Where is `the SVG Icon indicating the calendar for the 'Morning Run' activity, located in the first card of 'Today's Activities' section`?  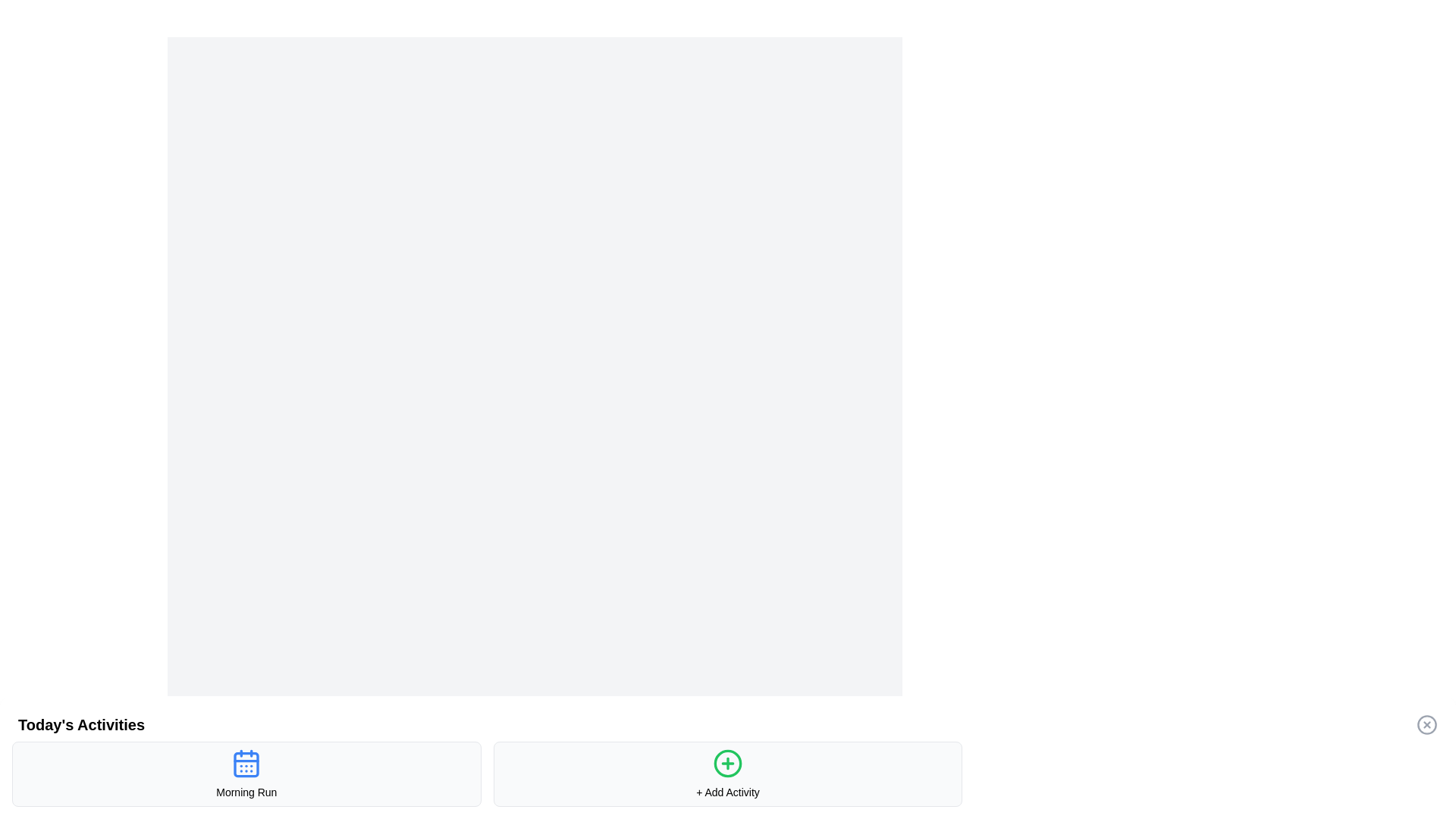
the SVG Icon indicating the calendar for the 'Morning Run' activity, located in the first card of 'Today's Activities' section is located at coordinates (246, 763).